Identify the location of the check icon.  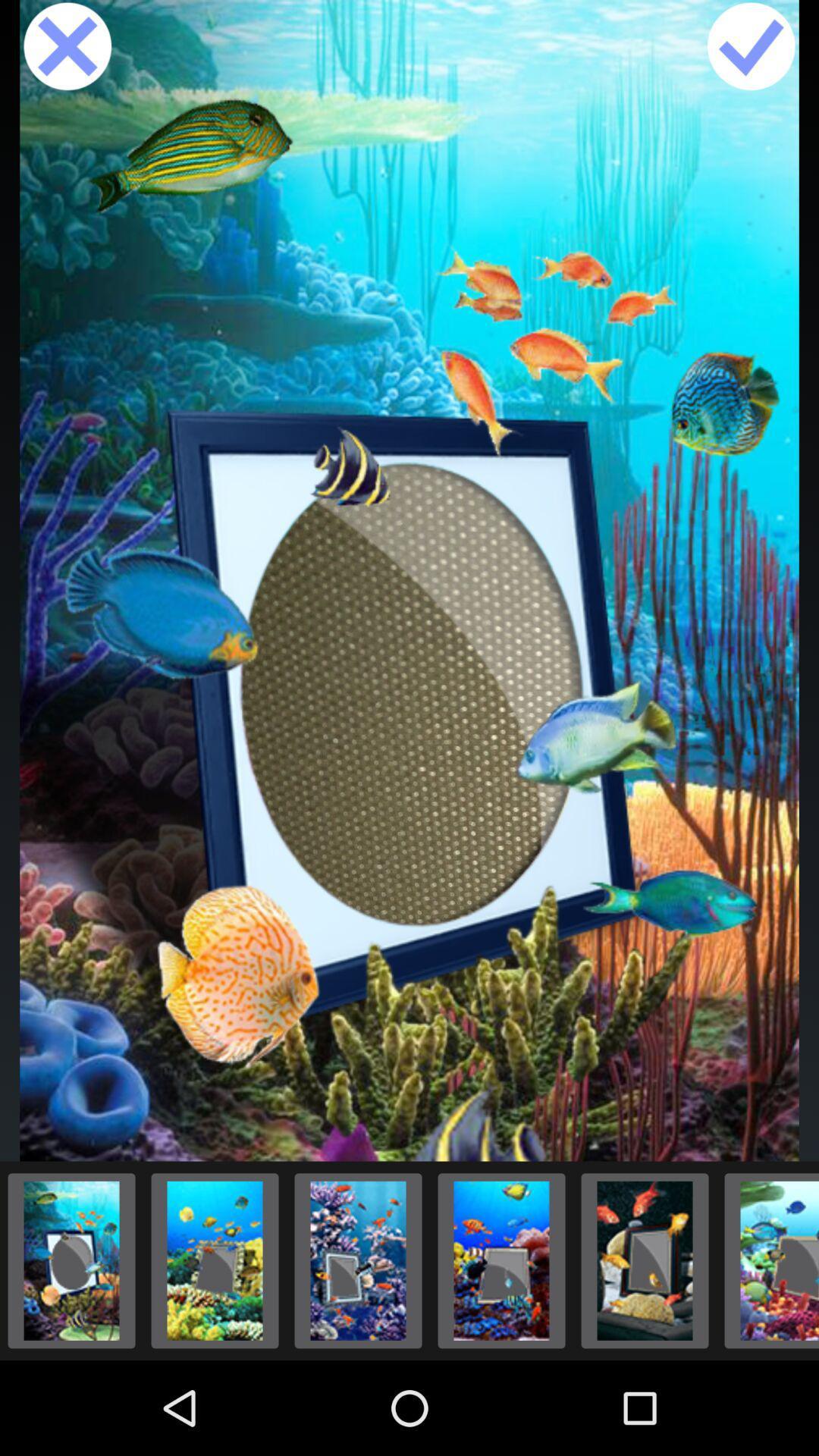
(751, 51).